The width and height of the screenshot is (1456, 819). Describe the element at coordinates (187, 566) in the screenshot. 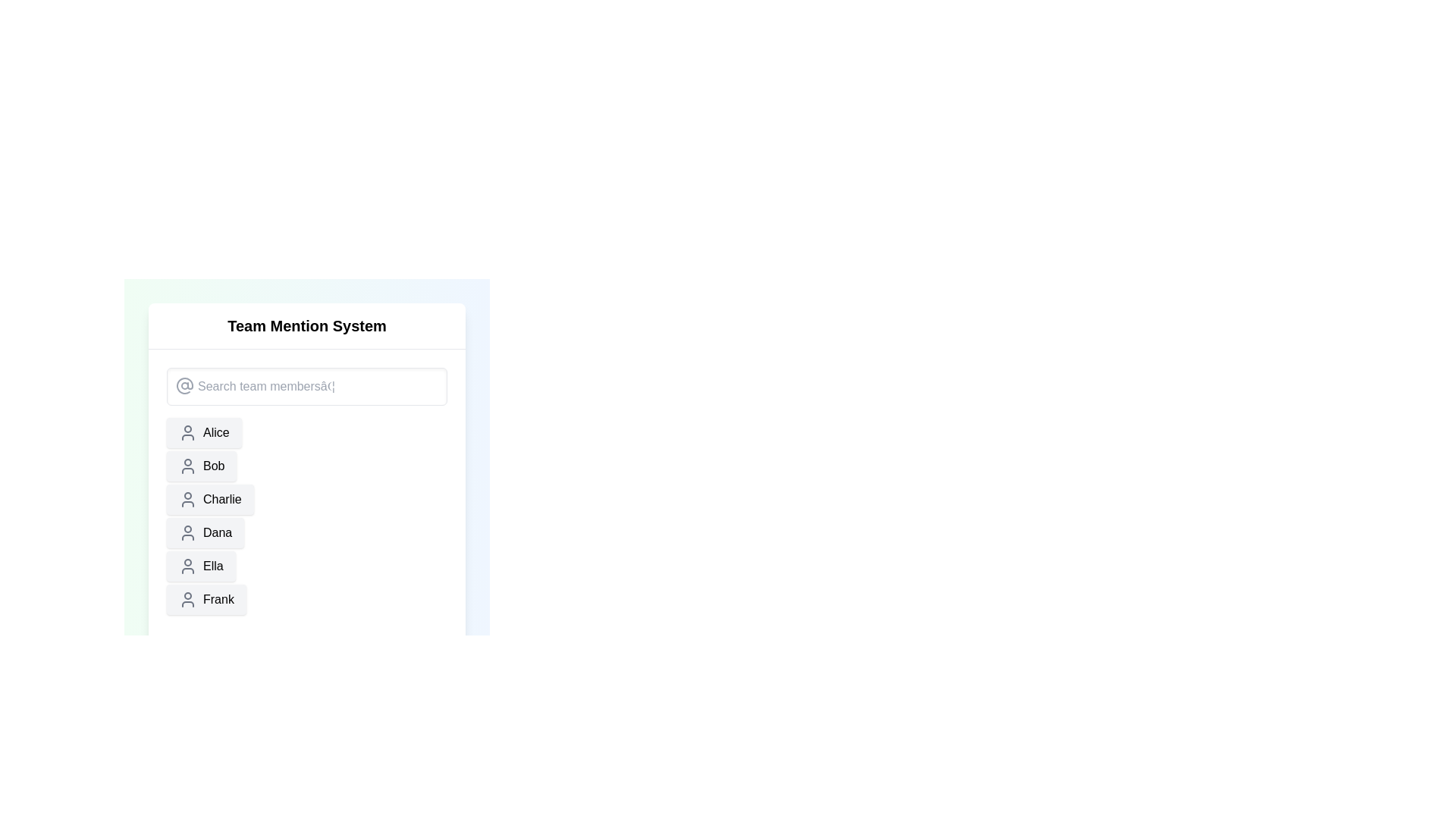

I see `the rounded user icon outlined in medium gray located to the left of the name label 'Ella' in the fifth list item of the user list` at that location.